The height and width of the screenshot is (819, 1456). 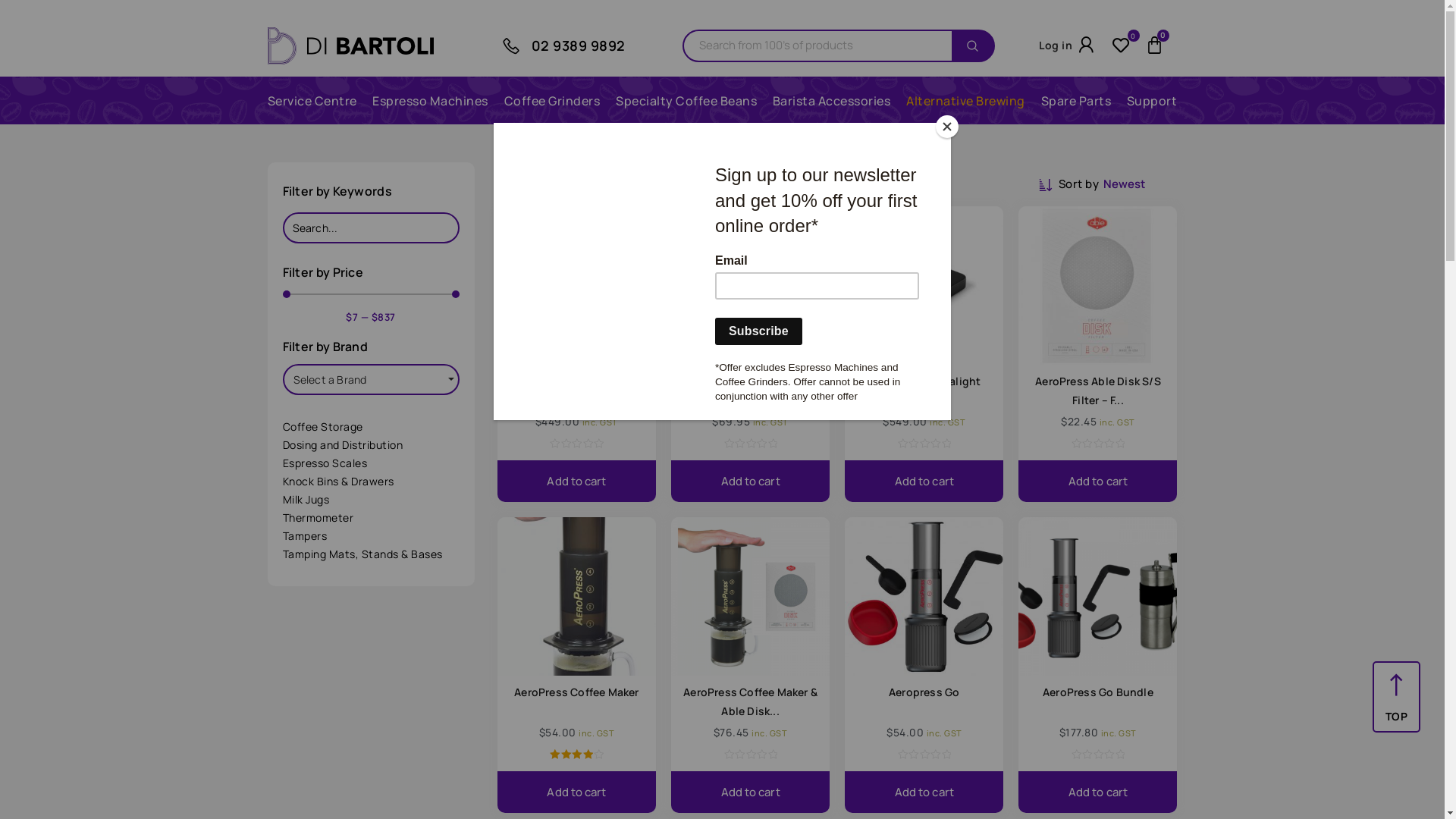 What do you see at coordinates (575, 692) in the screenshot?
I see `'AeroPress Coffee Maker'` at bounding box center [575, 692].